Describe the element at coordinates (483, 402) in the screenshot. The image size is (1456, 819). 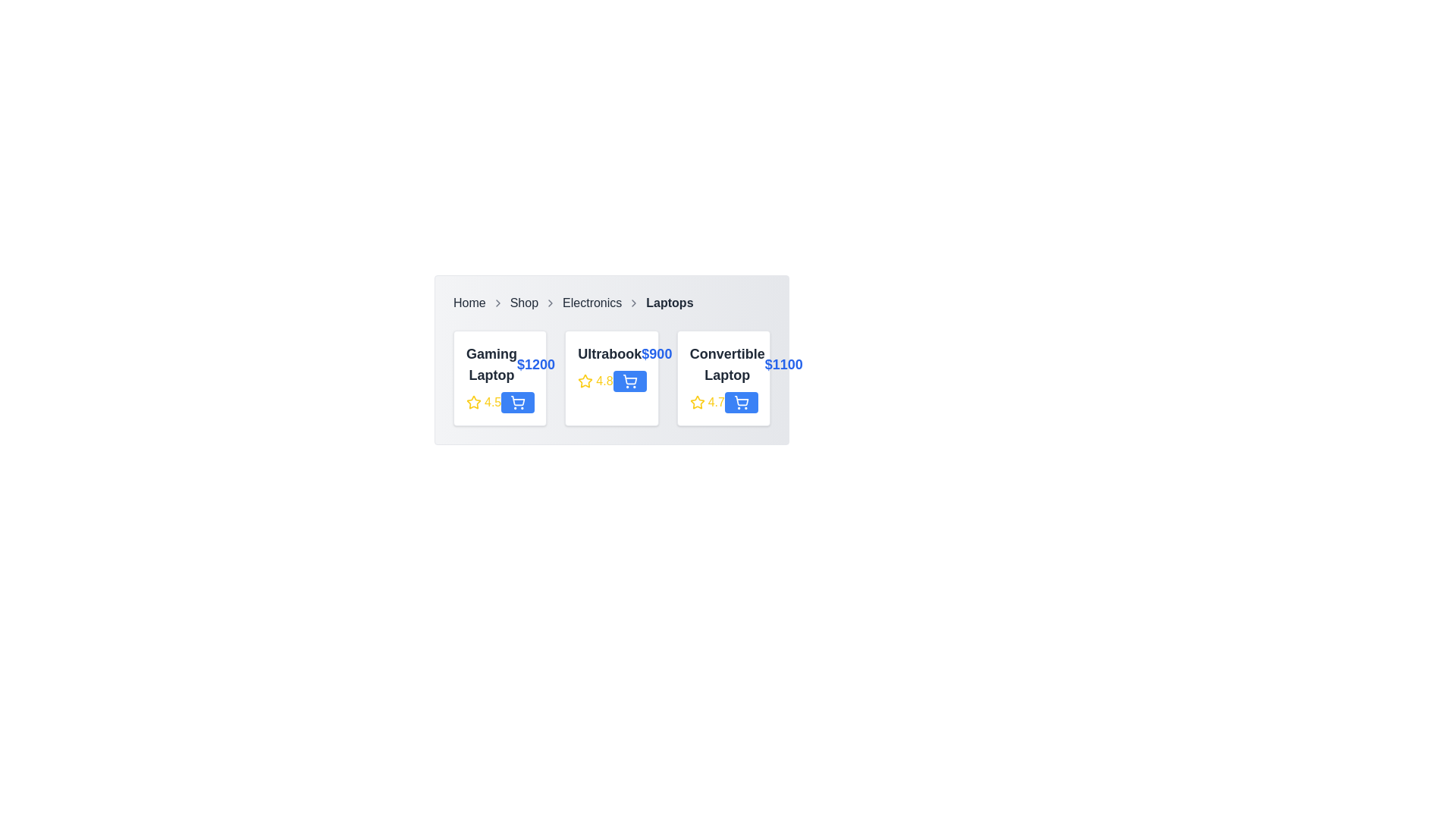
I see `the rating value of the product displayed as '4.5' with a star icon, located below the 'Gaming Laptop' label and $1200 price indicator in the first column` at that location.